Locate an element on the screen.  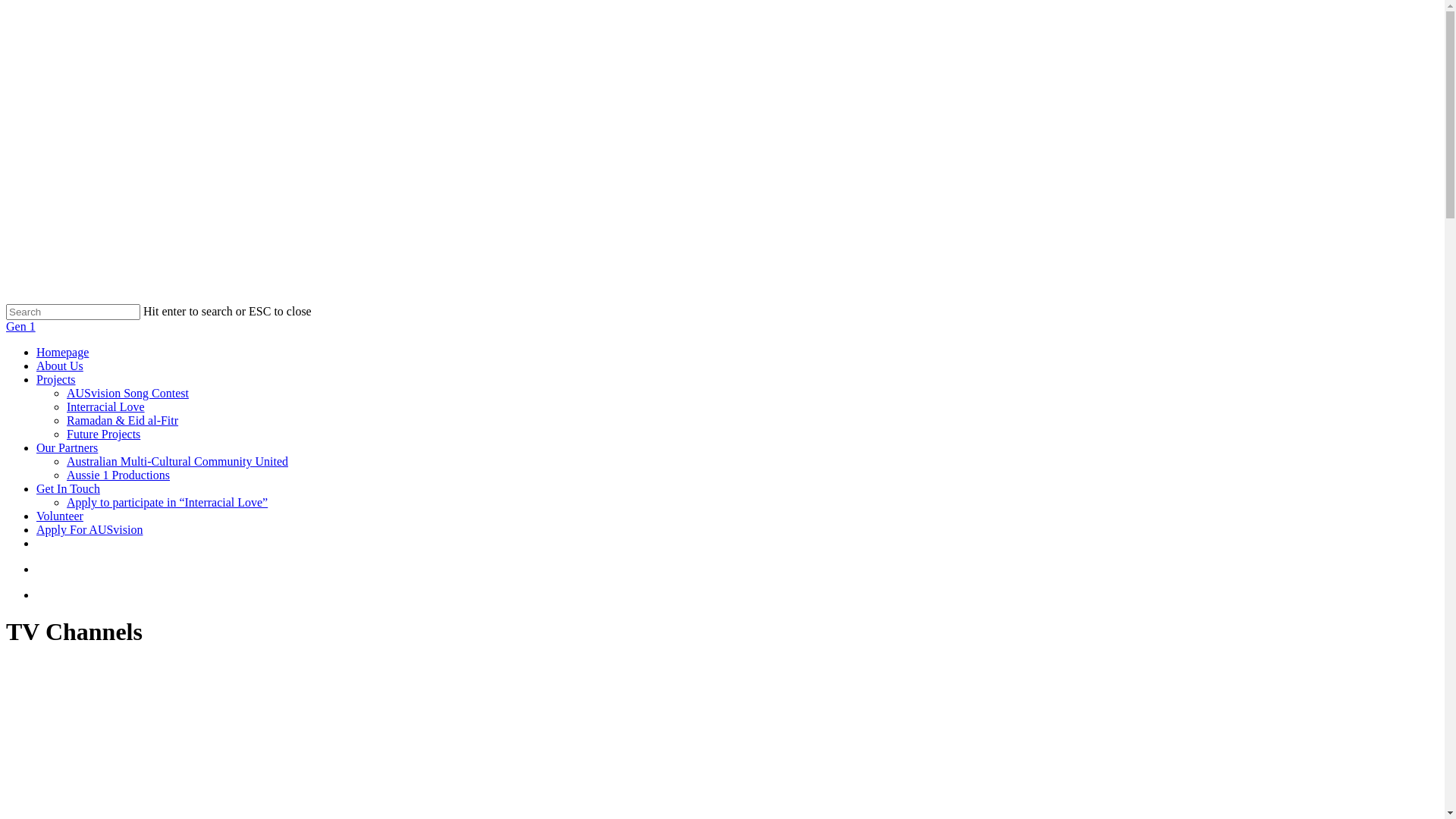
'Gen 1' is located at coordinates (20, 325).